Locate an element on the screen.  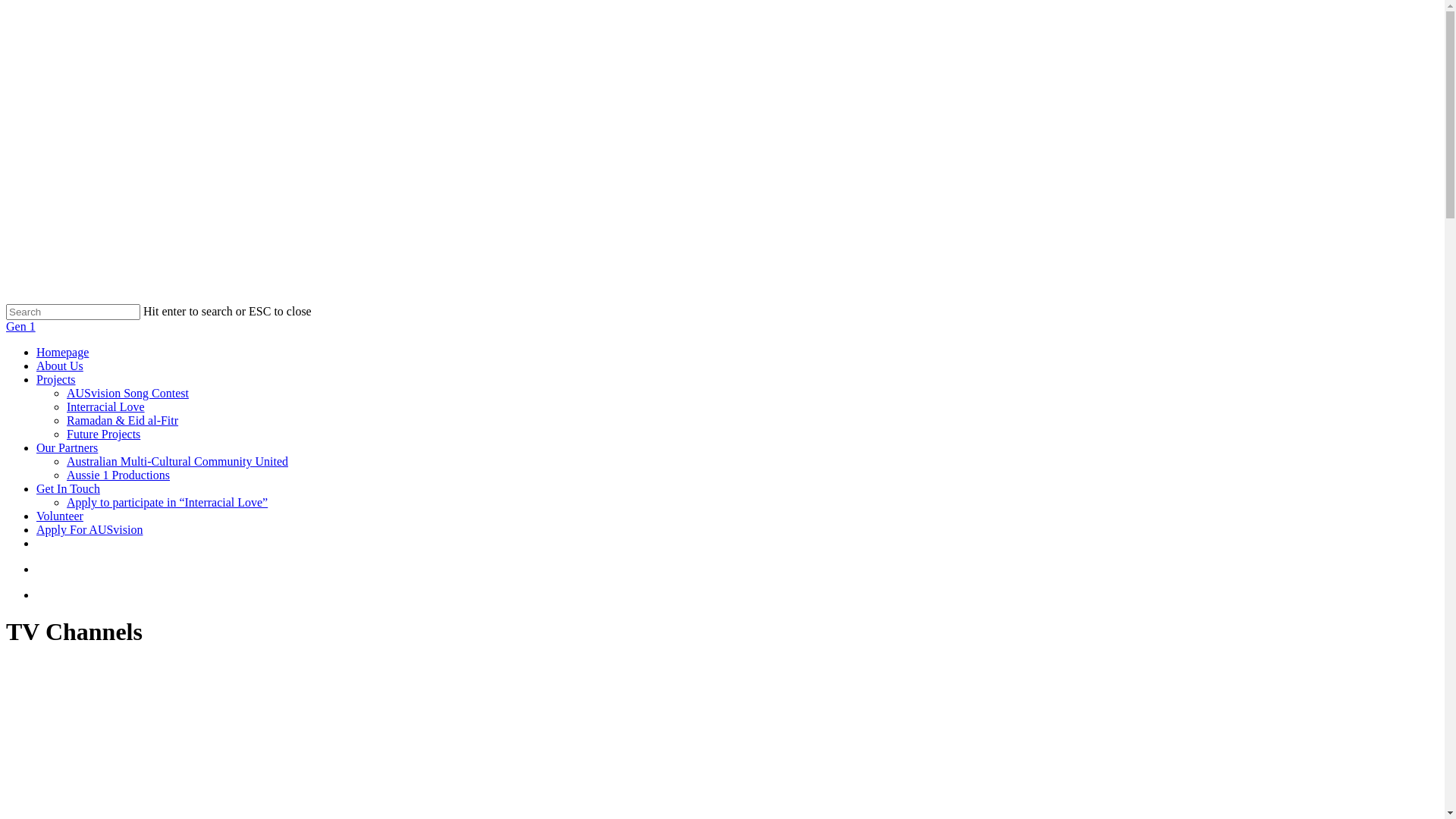
'Gen 1' is located at coordinates (20, 325).